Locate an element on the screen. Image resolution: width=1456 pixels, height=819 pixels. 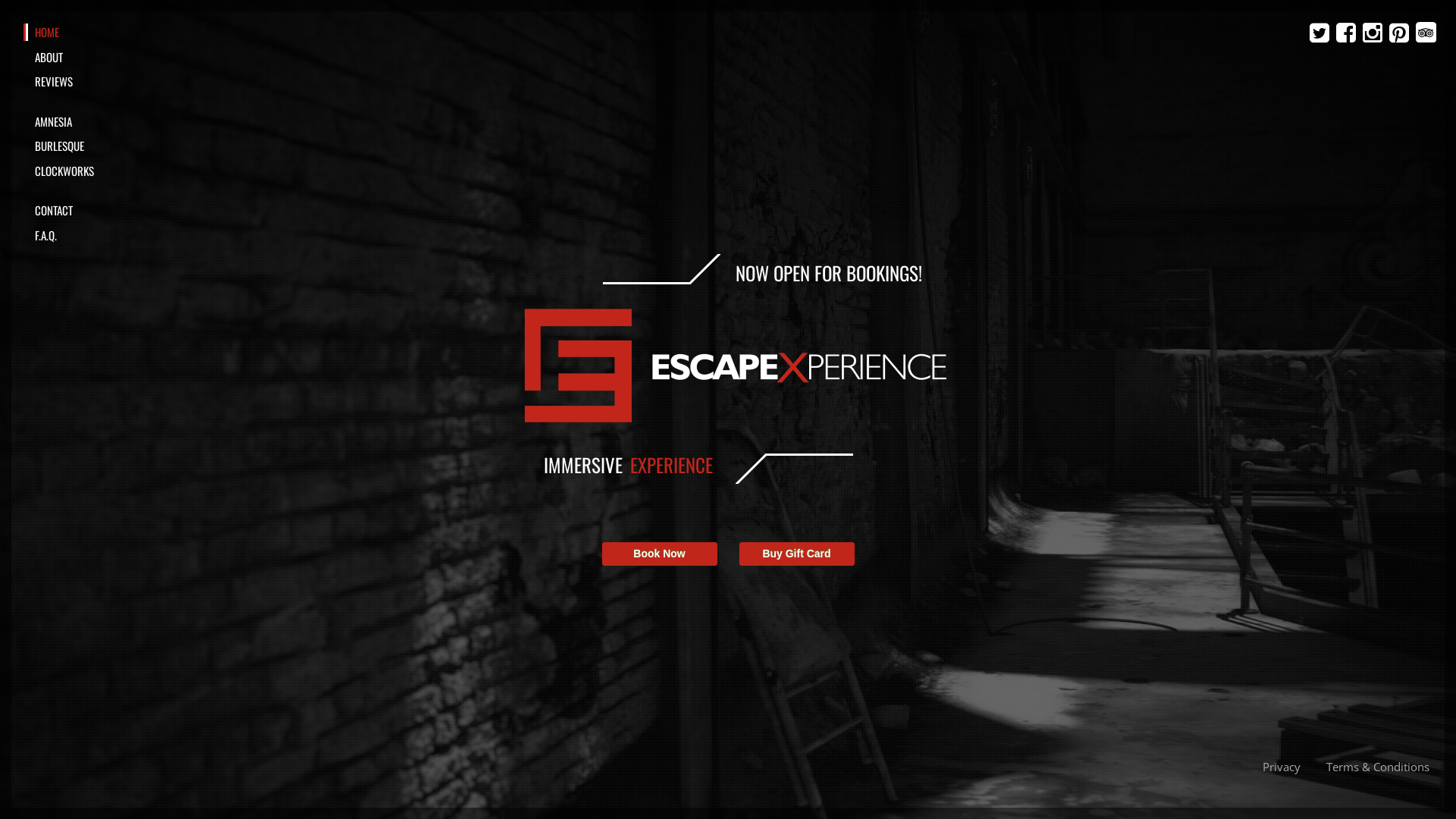
'F.A.Q.' is located at coordinates (96, 234).